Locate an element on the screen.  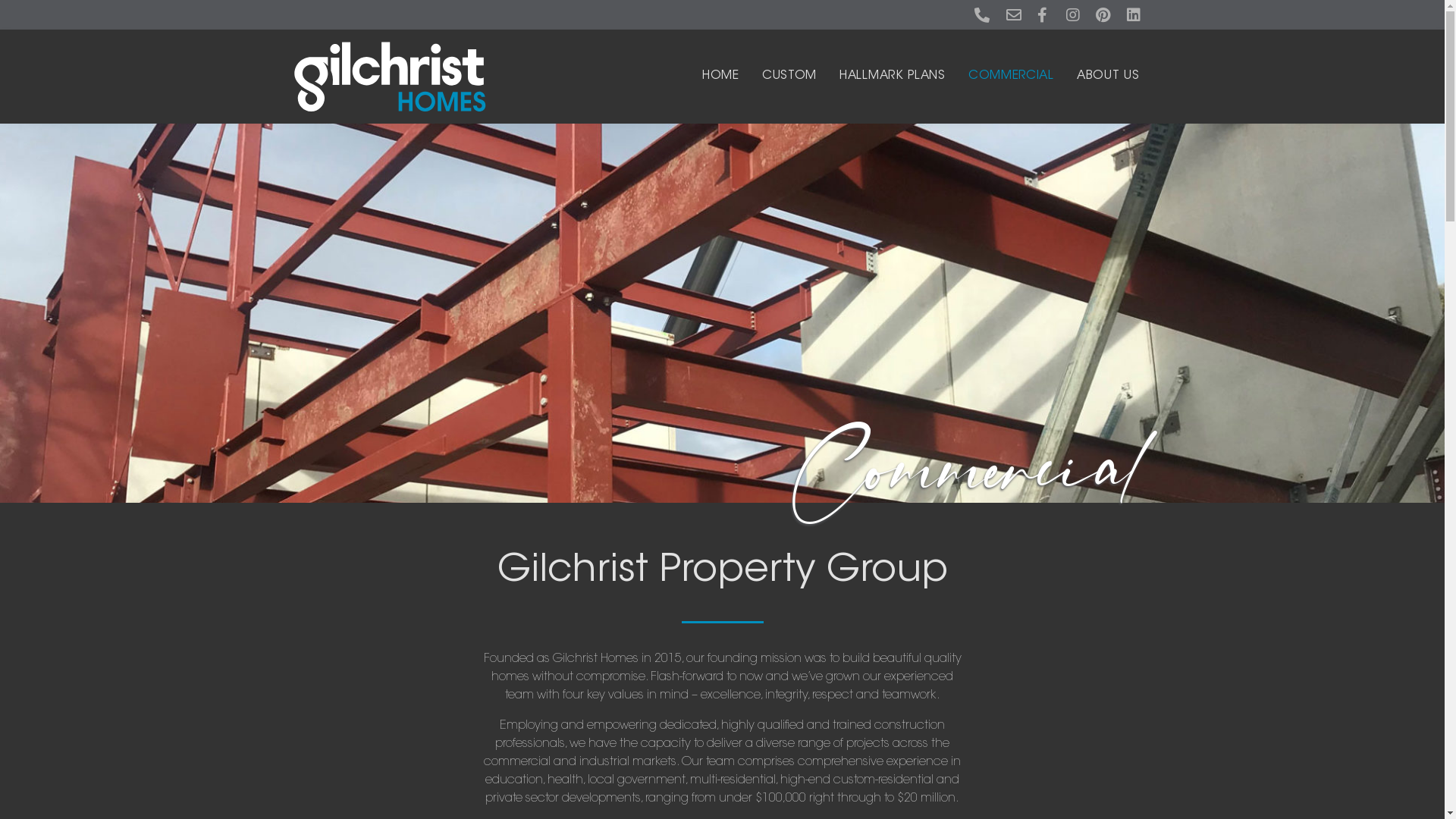
'ABOUT US' is located at coordinates (1076, 76).